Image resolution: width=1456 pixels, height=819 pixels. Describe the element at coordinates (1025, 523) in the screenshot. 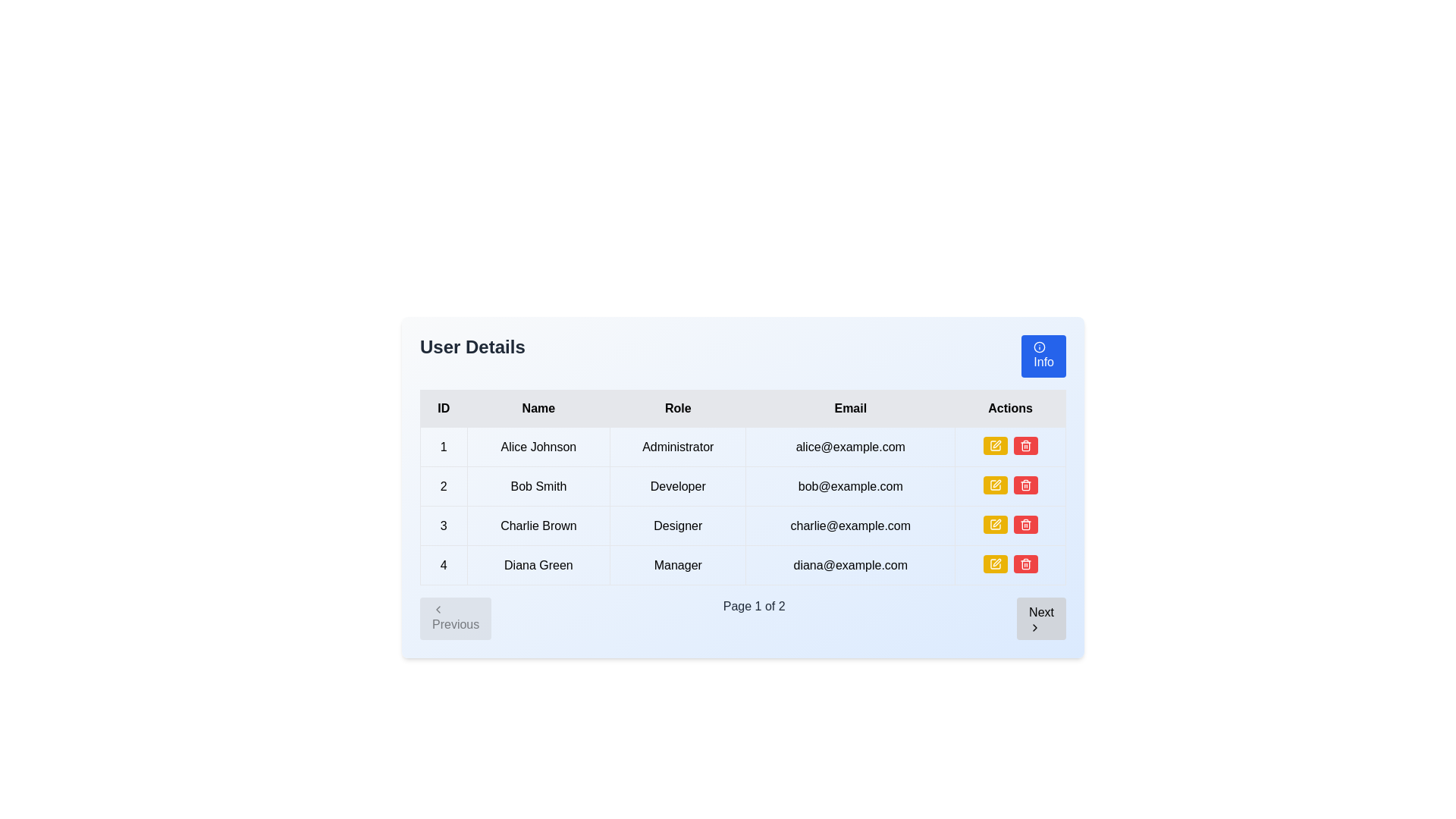

I see `the delete icon button in the 'Actions' column for the entry corresponding to 'Bob Smith'` at that location.